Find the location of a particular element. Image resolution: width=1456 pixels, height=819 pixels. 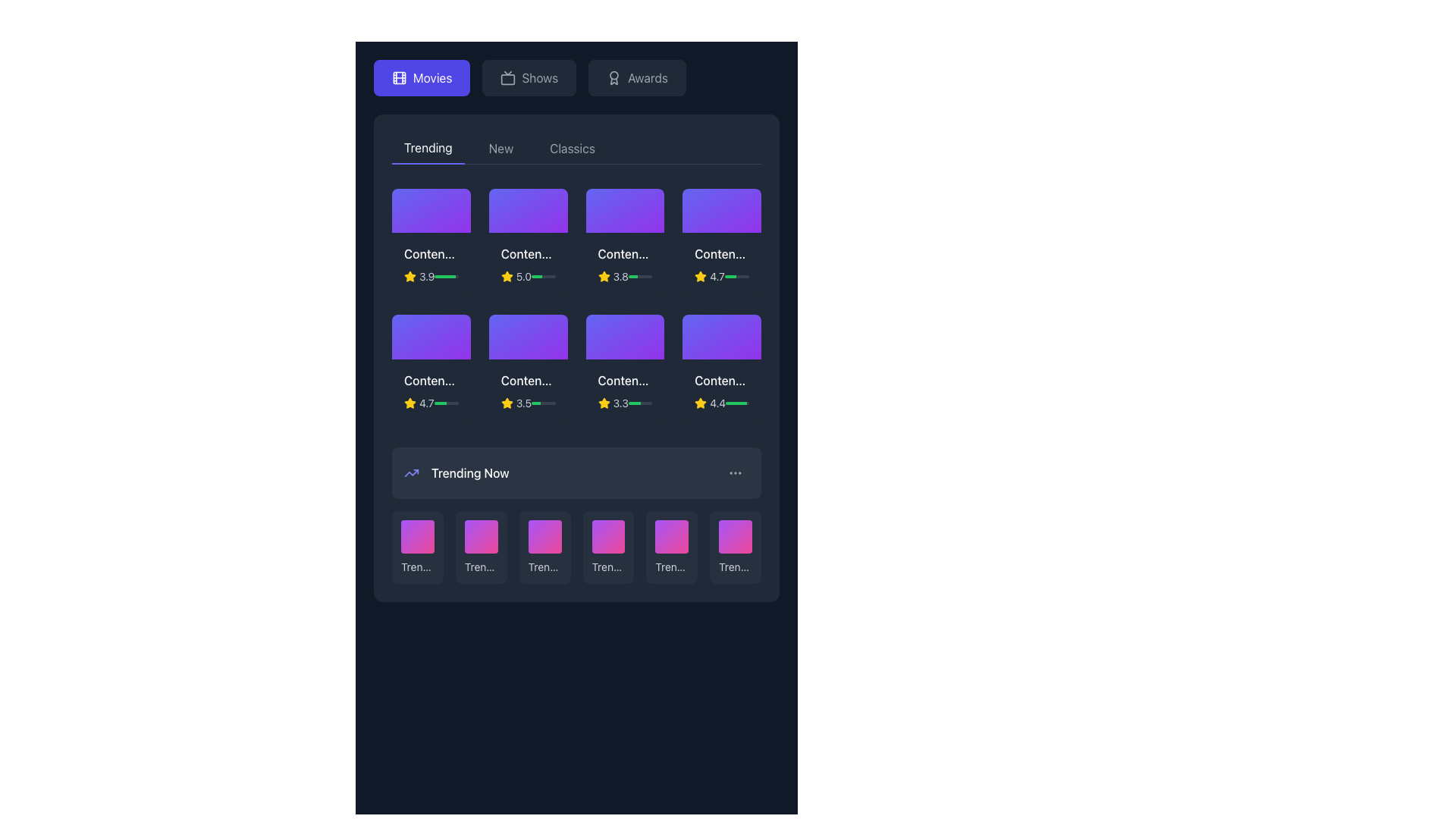

the static text label indicating the category of currently popular or trending items is located at coordinates (469, 472).